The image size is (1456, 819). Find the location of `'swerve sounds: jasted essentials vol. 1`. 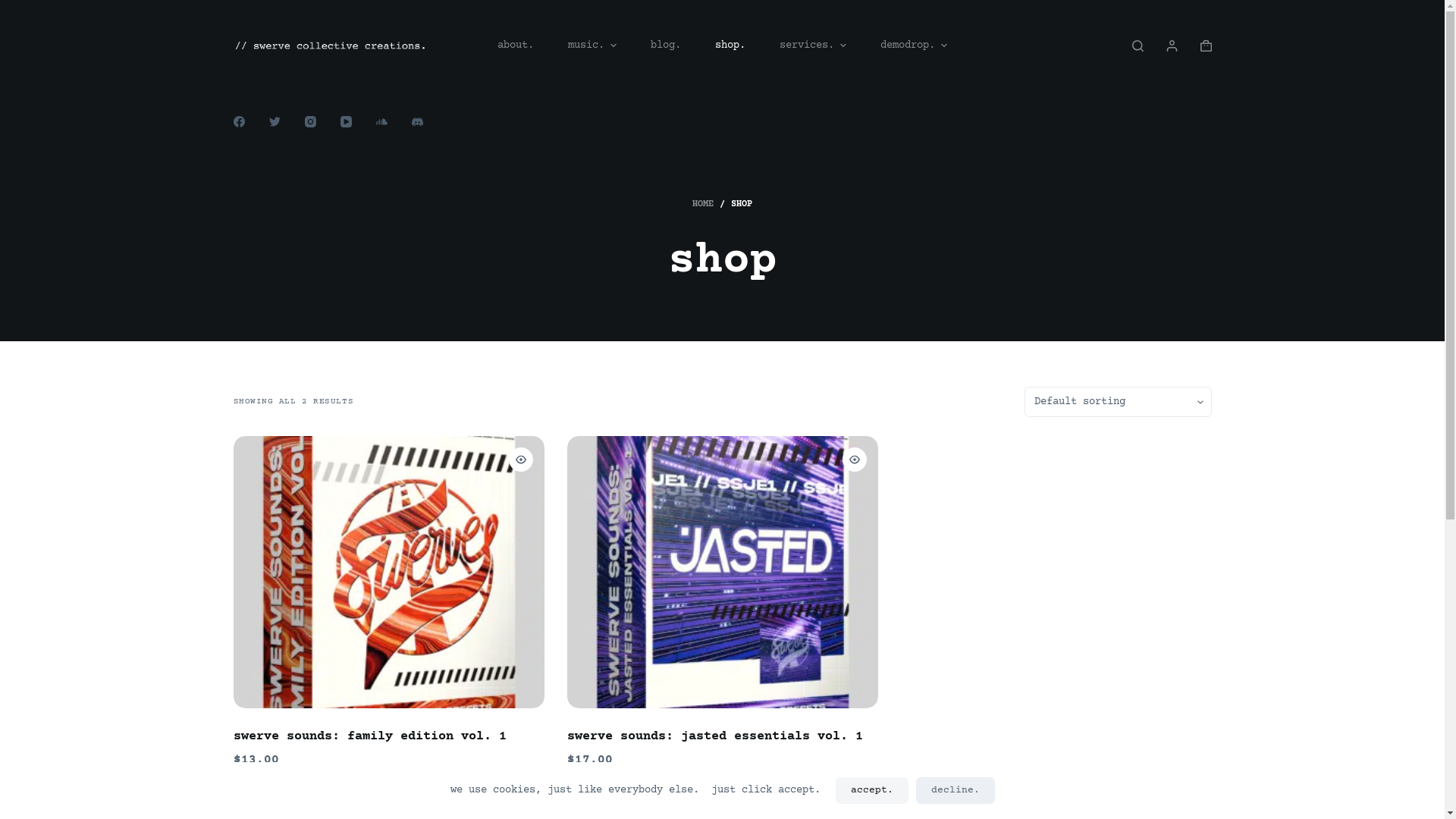

'swerve sounds: jasted essentials vol. 1 is located at coordinates (722, 602).